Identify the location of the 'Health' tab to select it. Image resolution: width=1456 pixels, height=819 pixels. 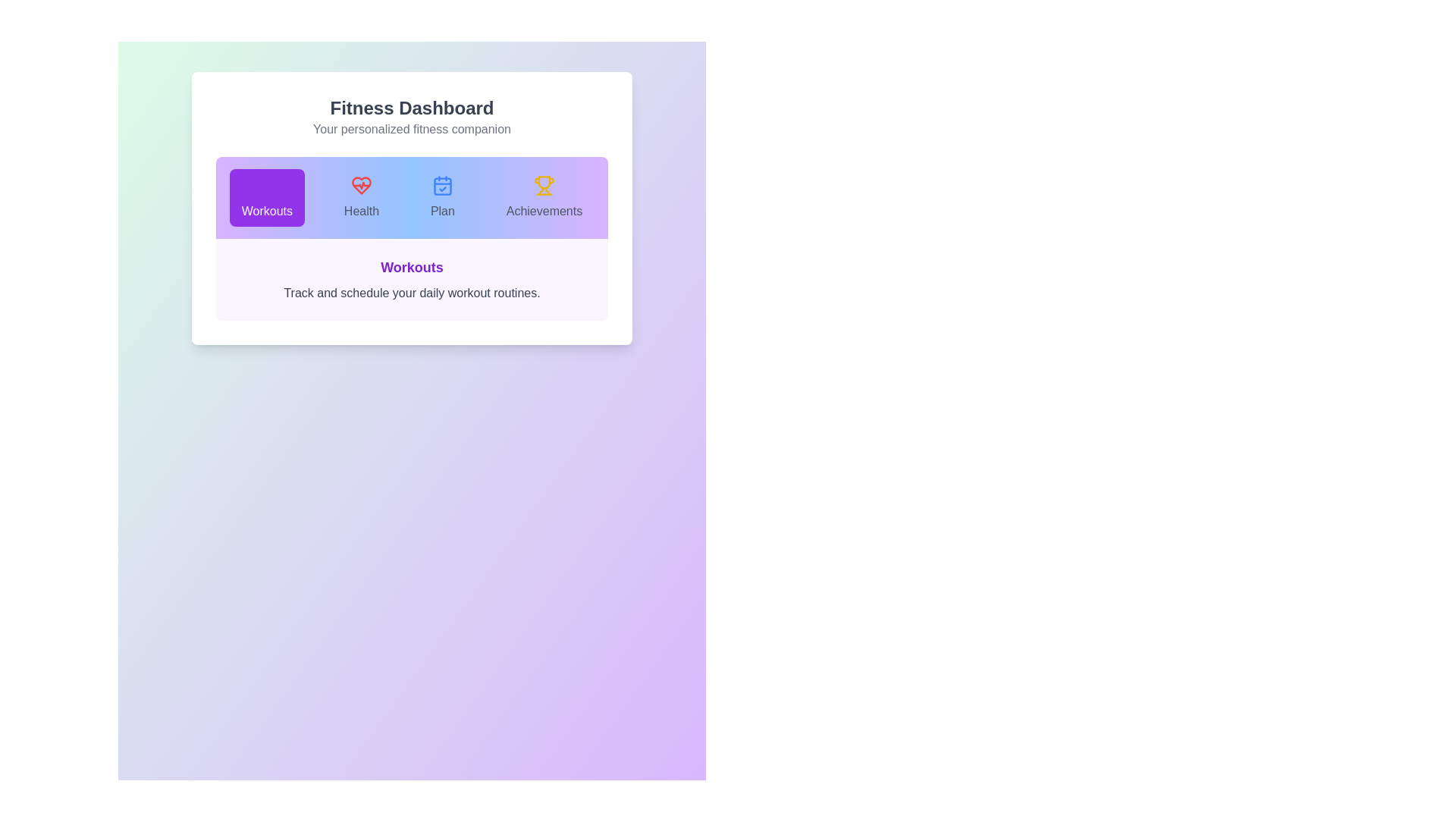
(360, 197).